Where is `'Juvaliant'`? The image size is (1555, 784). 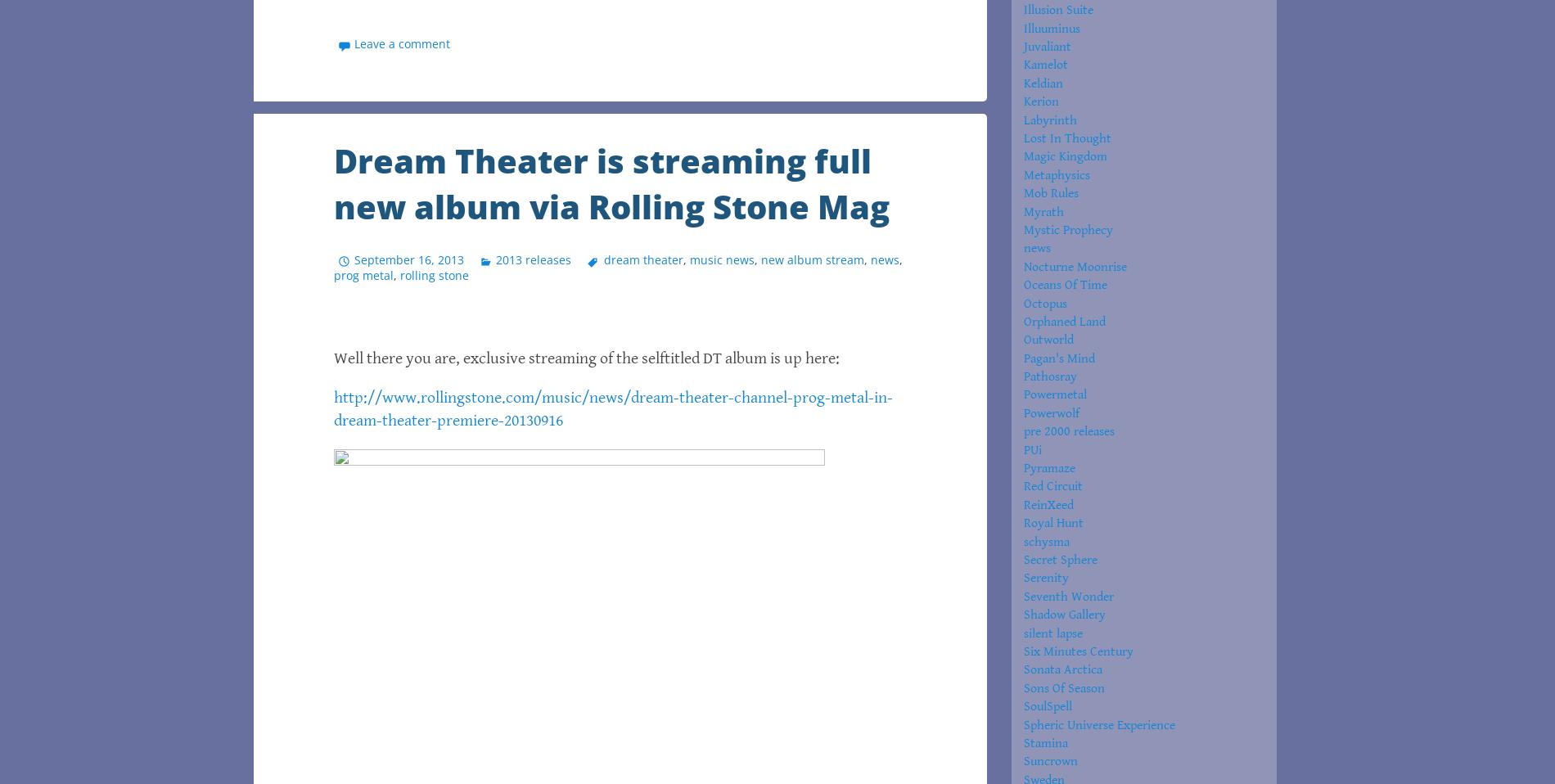
'Juvaliant' is located at coordinates (1047, 46).